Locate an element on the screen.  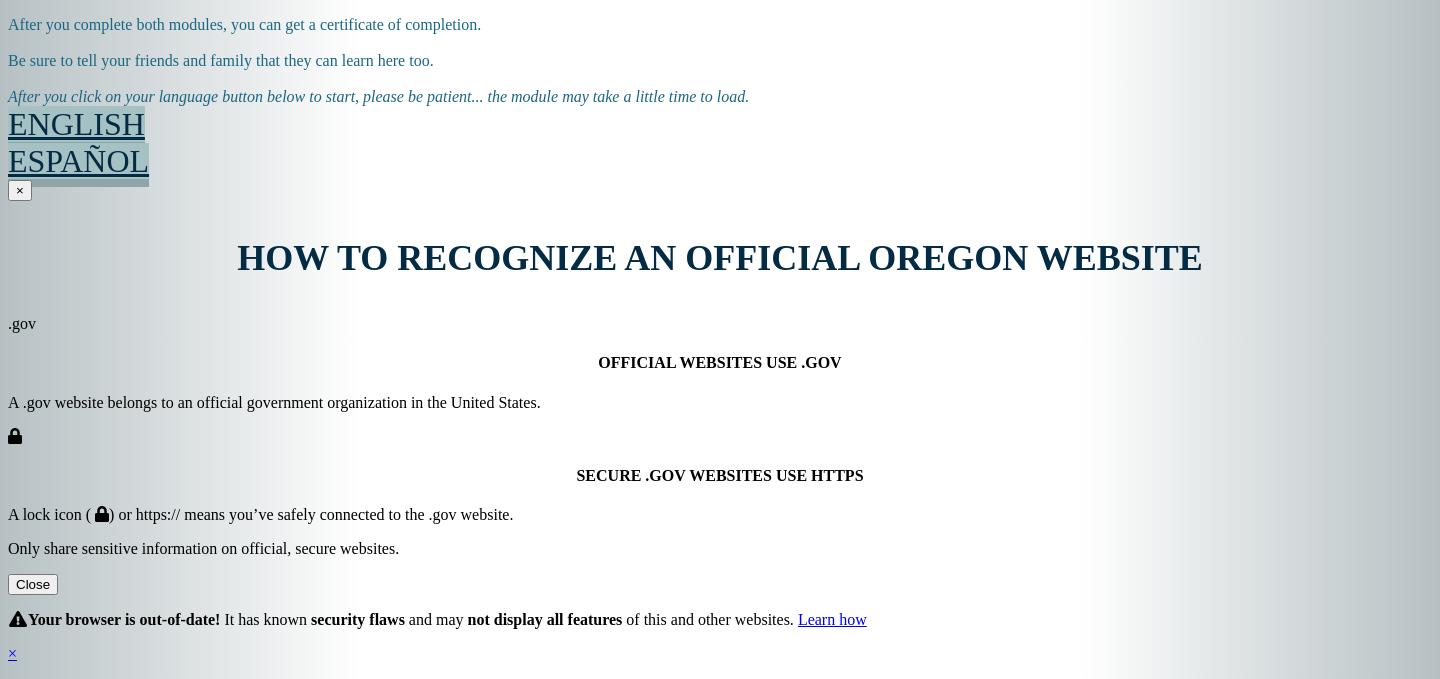
'fter you click on your language button below to start, please be patient... the module may take a little time to load.' is located at coordinates (15, 96).